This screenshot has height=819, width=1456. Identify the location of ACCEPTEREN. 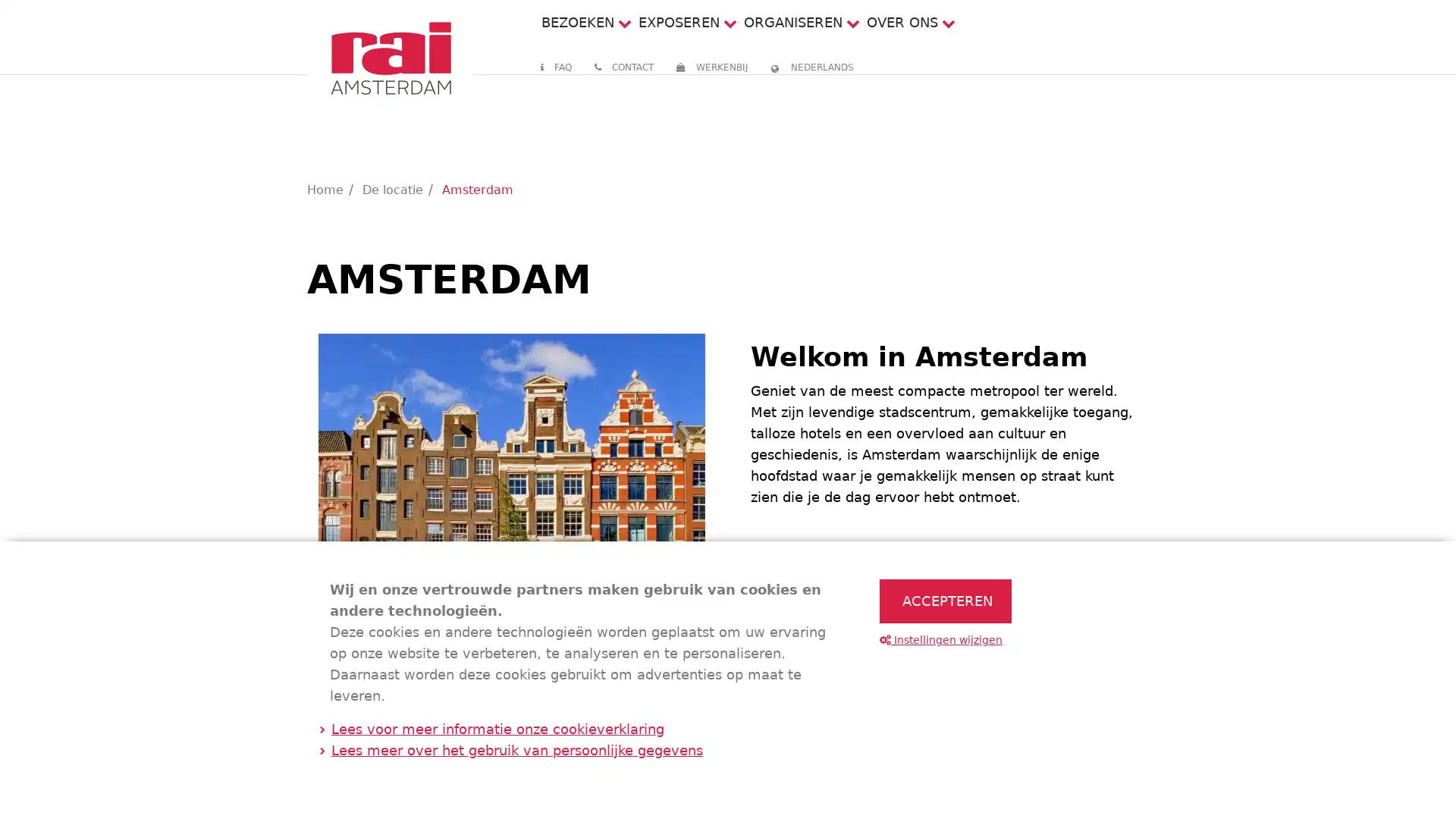
(945, 601).